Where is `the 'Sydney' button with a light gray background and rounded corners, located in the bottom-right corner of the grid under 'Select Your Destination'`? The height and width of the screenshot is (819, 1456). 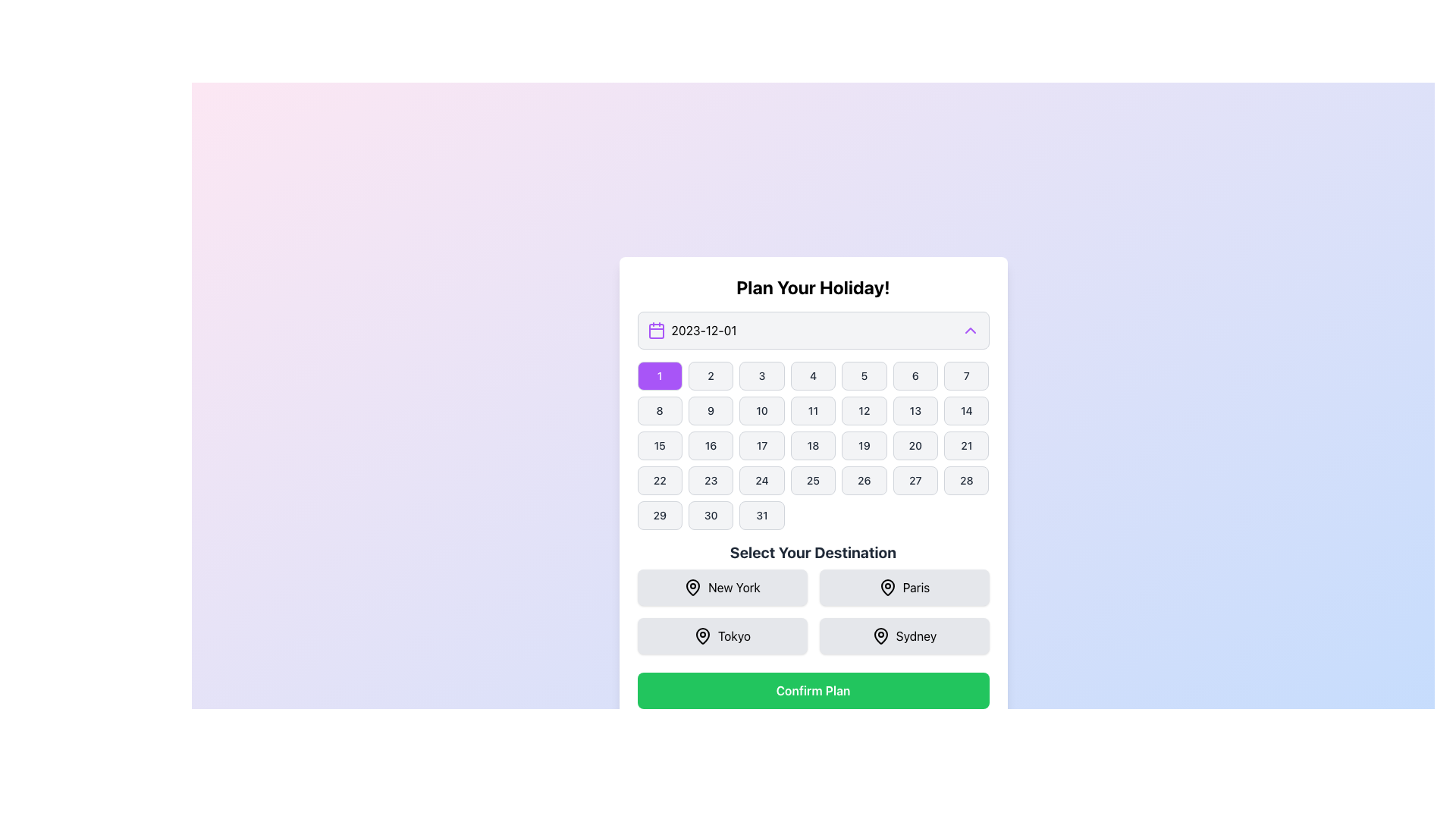 the 'Sydney' button with a light gray background and rounded corners, located in the bottom-right corner of the grid under 'Select Your Destination' is located at coordinates (904, 636).